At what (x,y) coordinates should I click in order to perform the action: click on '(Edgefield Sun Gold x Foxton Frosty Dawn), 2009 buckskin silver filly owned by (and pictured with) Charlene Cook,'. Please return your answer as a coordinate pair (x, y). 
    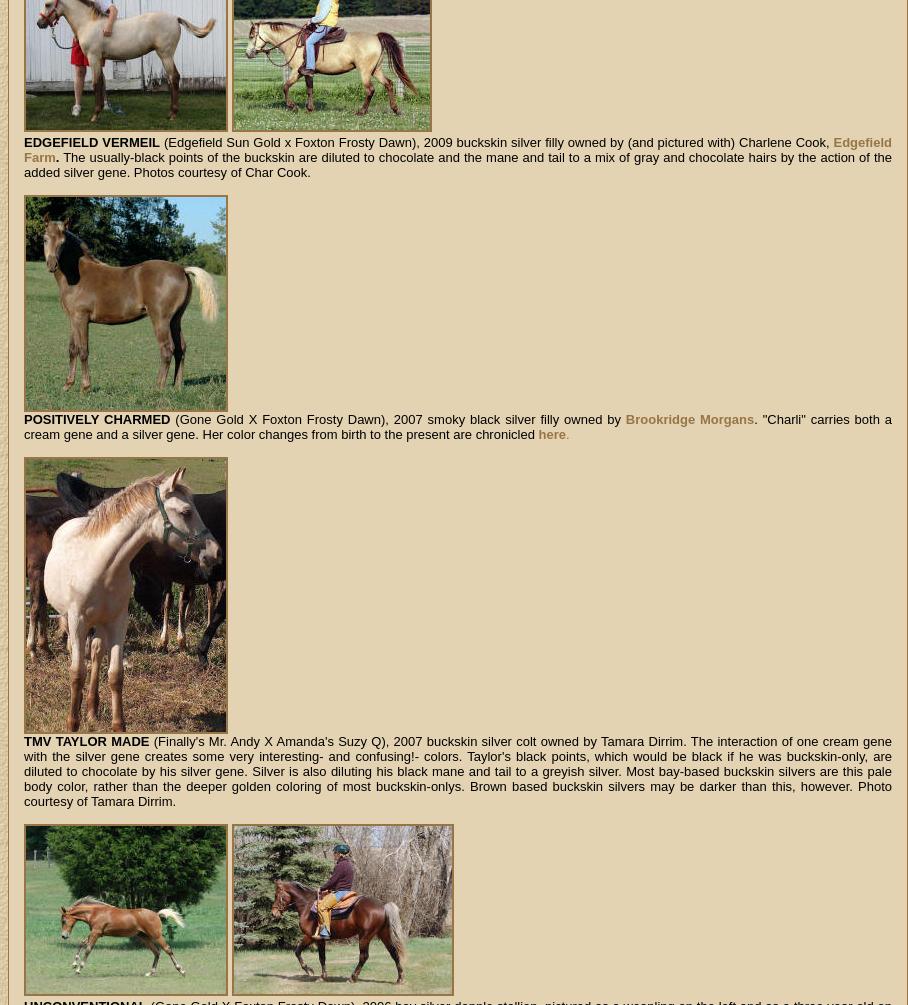
    Looking at the image, I should click on (496, 142).